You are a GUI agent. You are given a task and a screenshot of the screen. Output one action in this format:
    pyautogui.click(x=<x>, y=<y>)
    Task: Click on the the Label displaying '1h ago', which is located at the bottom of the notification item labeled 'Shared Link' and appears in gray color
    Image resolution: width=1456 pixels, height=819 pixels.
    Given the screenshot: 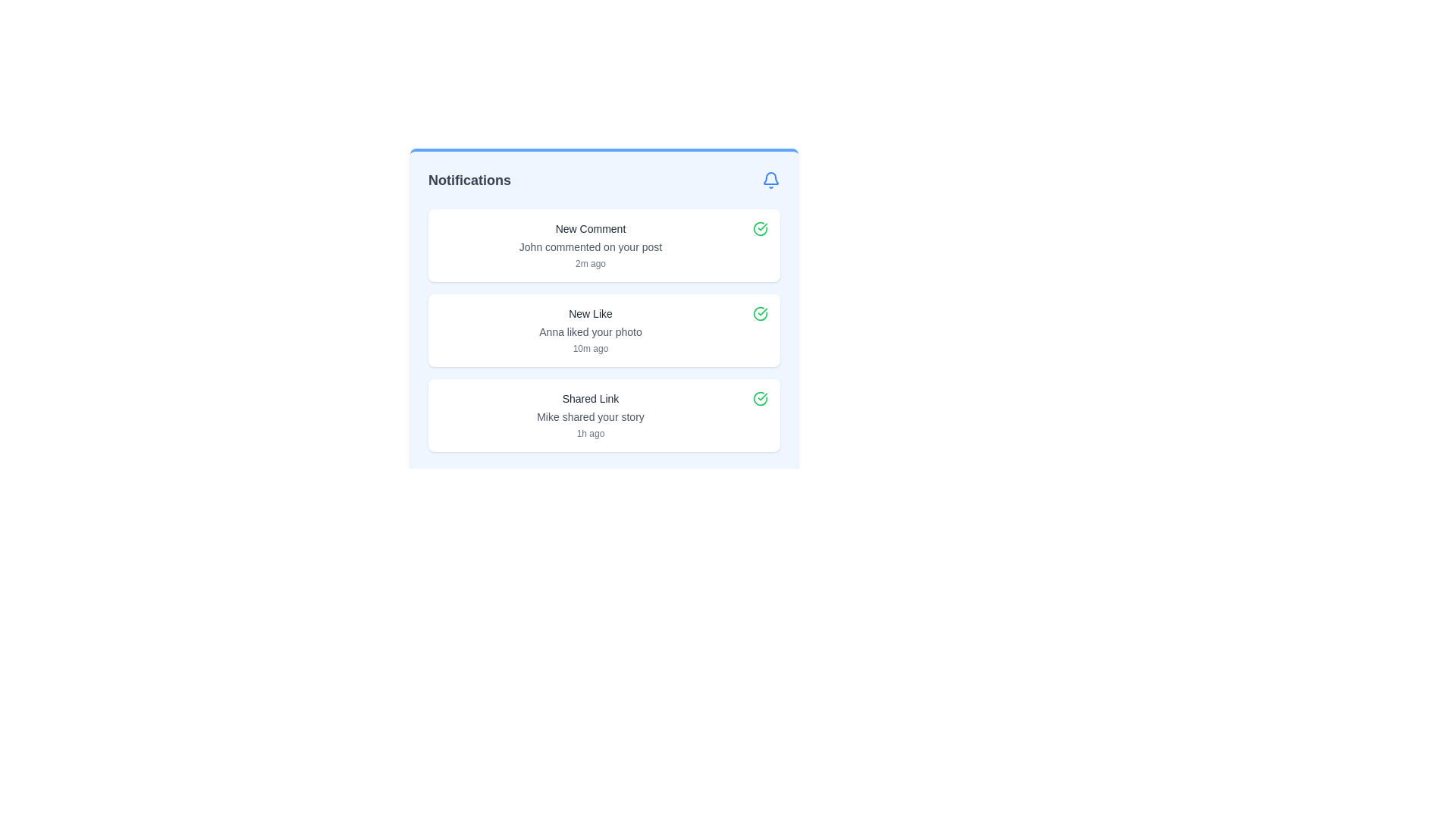 What is the action you would take?
    pyautogui.click(x=589, y=433)
    